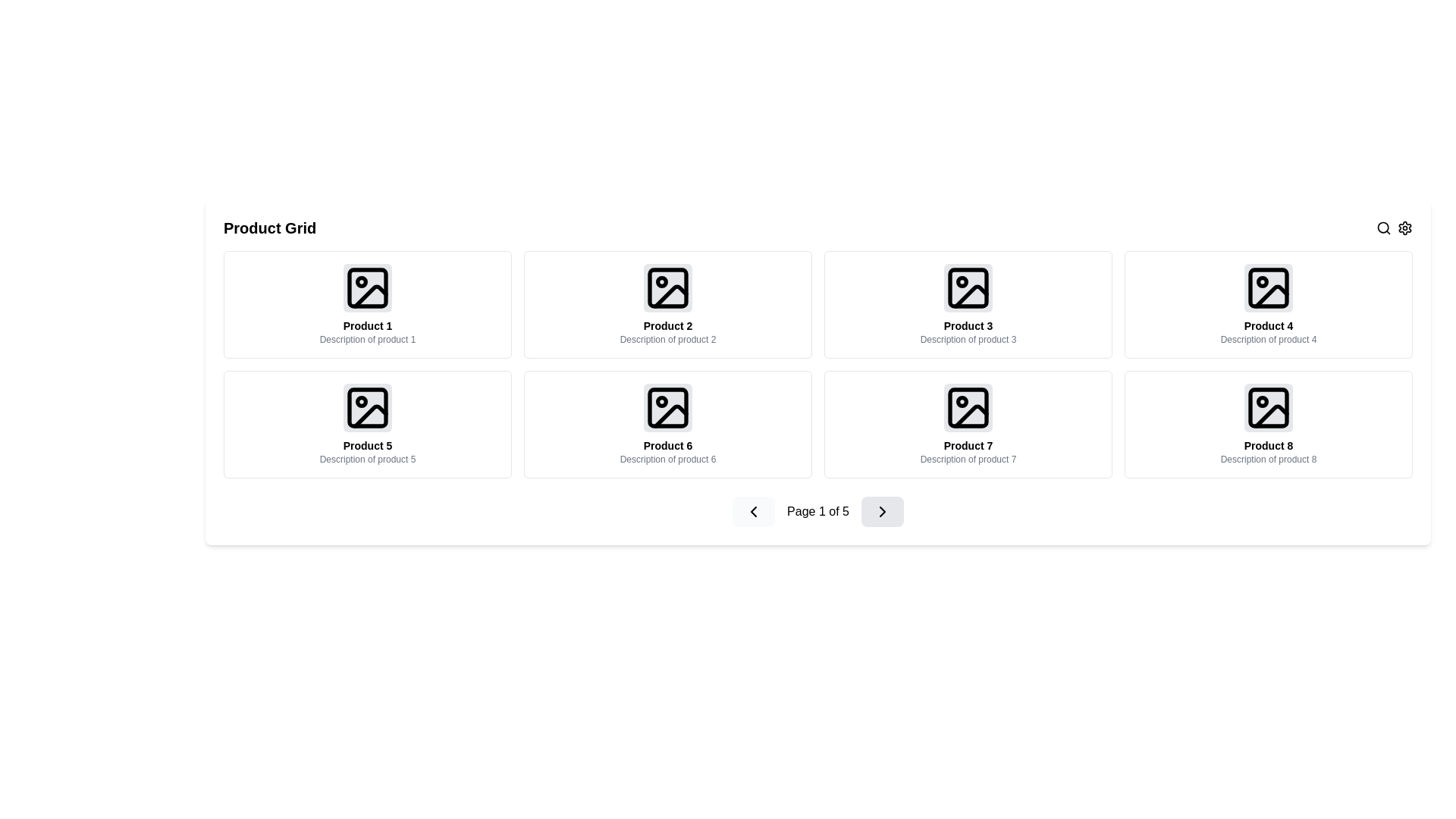 This screenshot has width=1456, height=819. What do you see at coordinates (367, 338) in the screenshot?
I see `the text label that reads 'Description of product 1', which is styled in light gray and located at the bottom-center of the first product card under the heading 'Product 1'` at bounding box center [367, 338].